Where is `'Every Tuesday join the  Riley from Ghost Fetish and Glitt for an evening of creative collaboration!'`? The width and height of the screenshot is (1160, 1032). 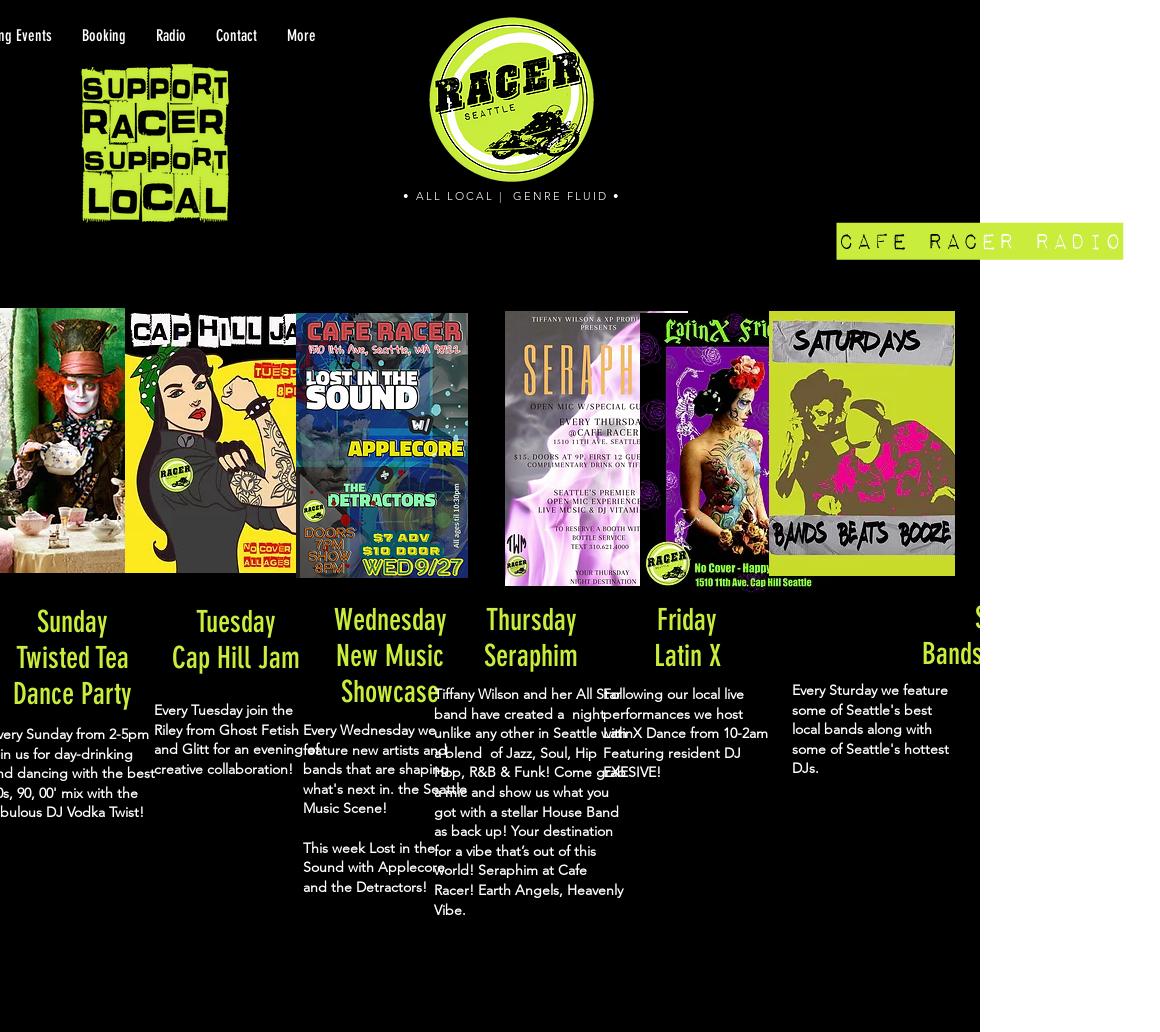 'Every Tuesday join the  Riley from Ghost Fetish and Glitt for an evening of creative collaboration!' is located at coordinates (235, 738).